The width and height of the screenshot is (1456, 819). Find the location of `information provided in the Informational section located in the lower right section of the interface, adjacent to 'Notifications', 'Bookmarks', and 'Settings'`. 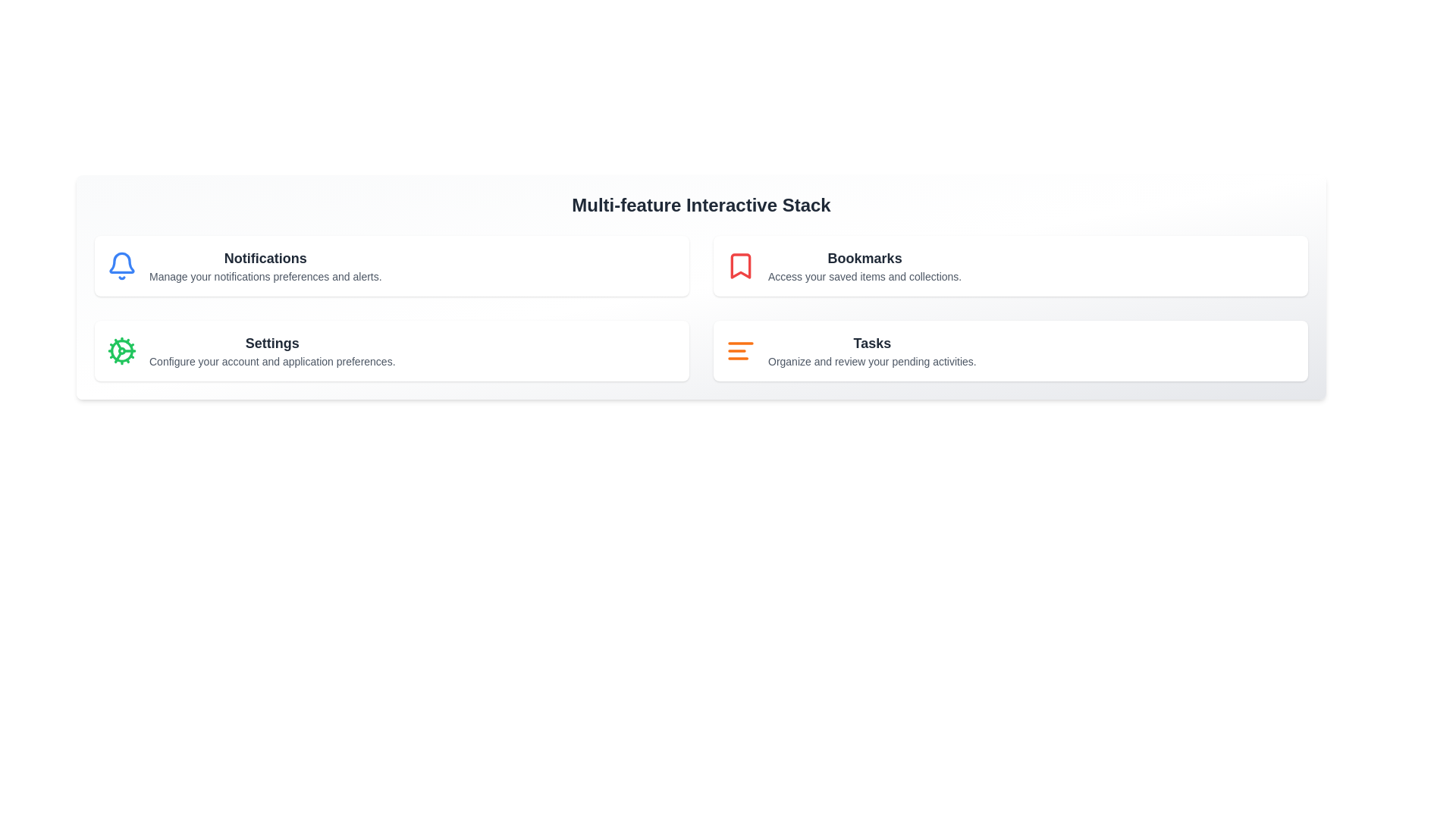

information provided in the Informational section located in the lower right section of the interface, adjacent to 'Notifications', 'Bookmarks', and 'Settings' is located at coordinates (1011, 350).